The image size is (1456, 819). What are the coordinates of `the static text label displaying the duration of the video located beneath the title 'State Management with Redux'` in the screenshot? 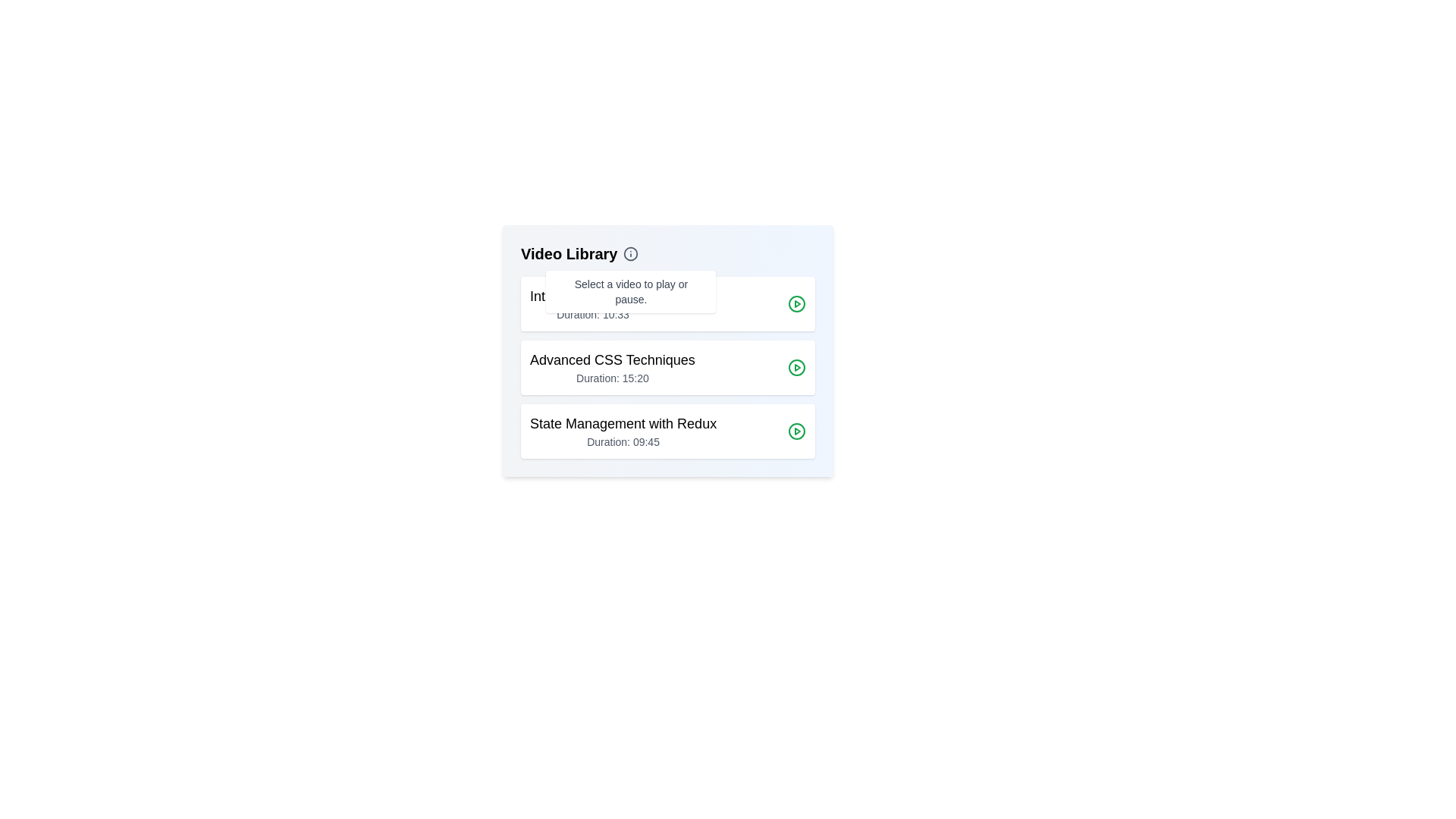 It's located at (623, 441).